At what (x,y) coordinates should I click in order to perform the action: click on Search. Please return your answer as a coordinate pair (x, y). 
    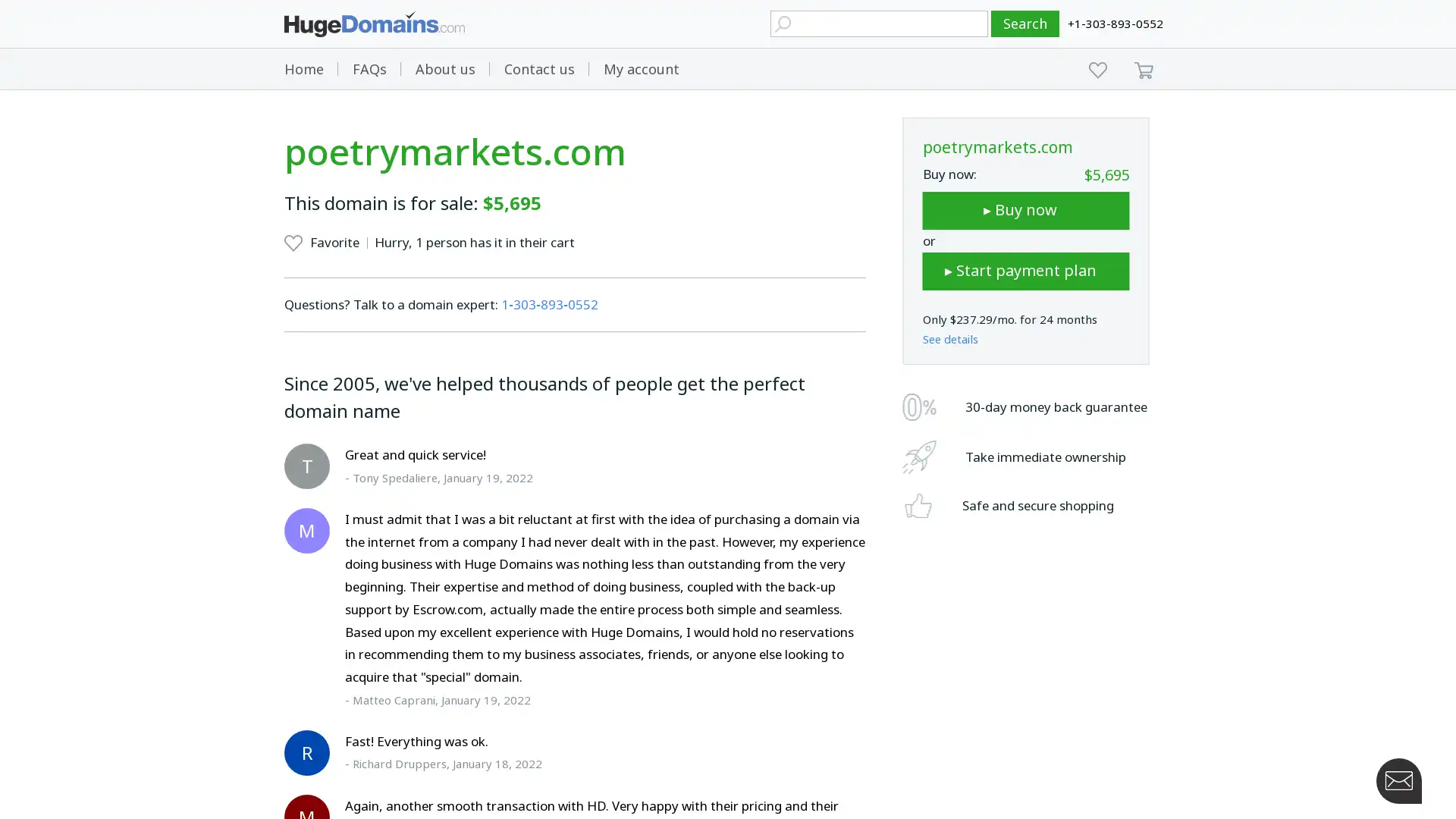
    Looking at the image, I should click on (1025, 24).